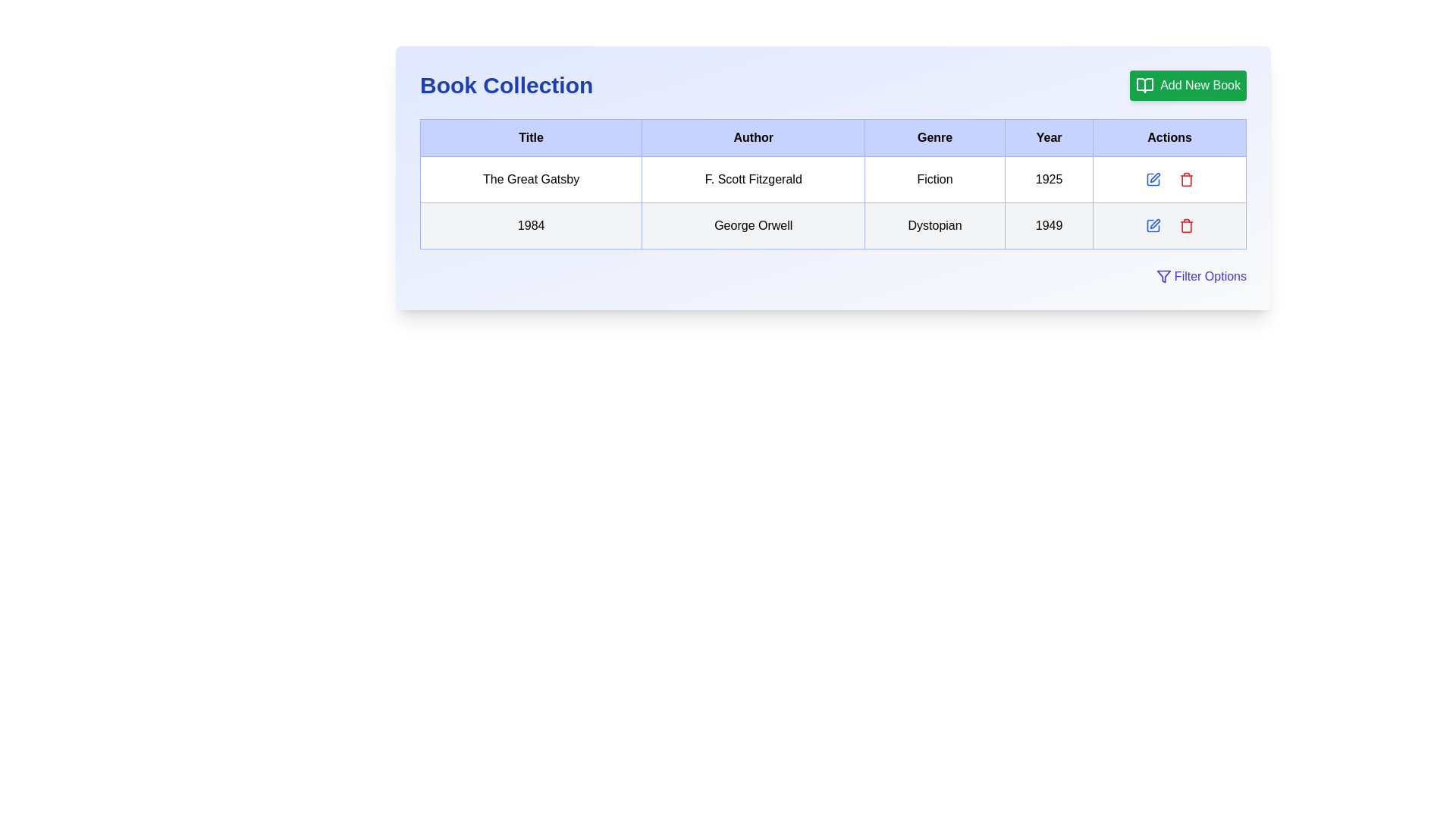 This screenshot has height=819, width=1456. Describe the element at coordinates (531, 137) in the screenshot. I see `the header cell with a light blue background and bold text label 'Title' in the table's header row, positioned at the far left` at that location.